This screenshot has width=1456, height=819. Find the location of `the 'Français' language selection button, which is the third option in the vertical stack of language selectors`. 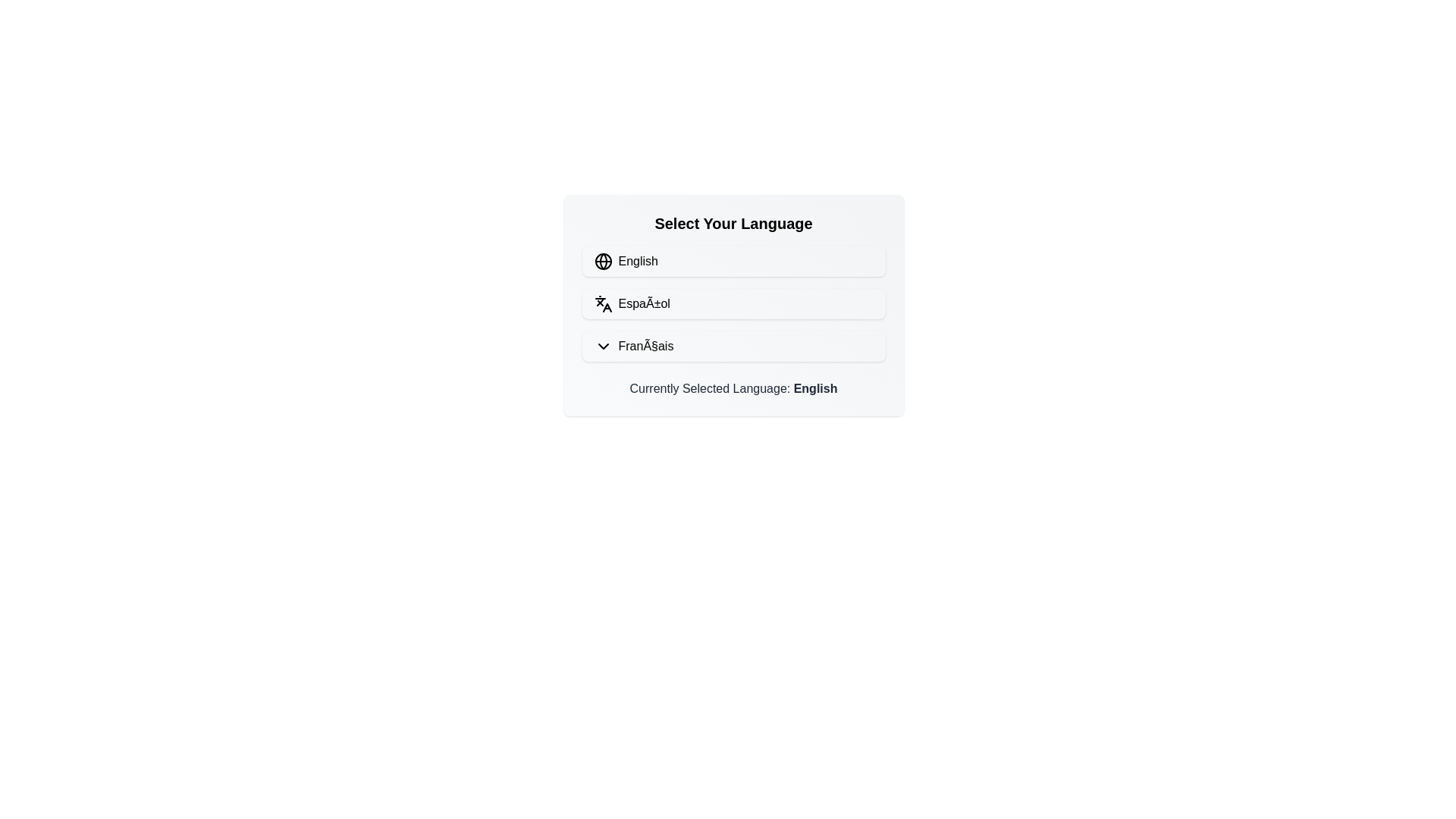

the 'Français' language selection button, which is the third option in the vertical stack of language selectors is located at coordinates (733, 346).